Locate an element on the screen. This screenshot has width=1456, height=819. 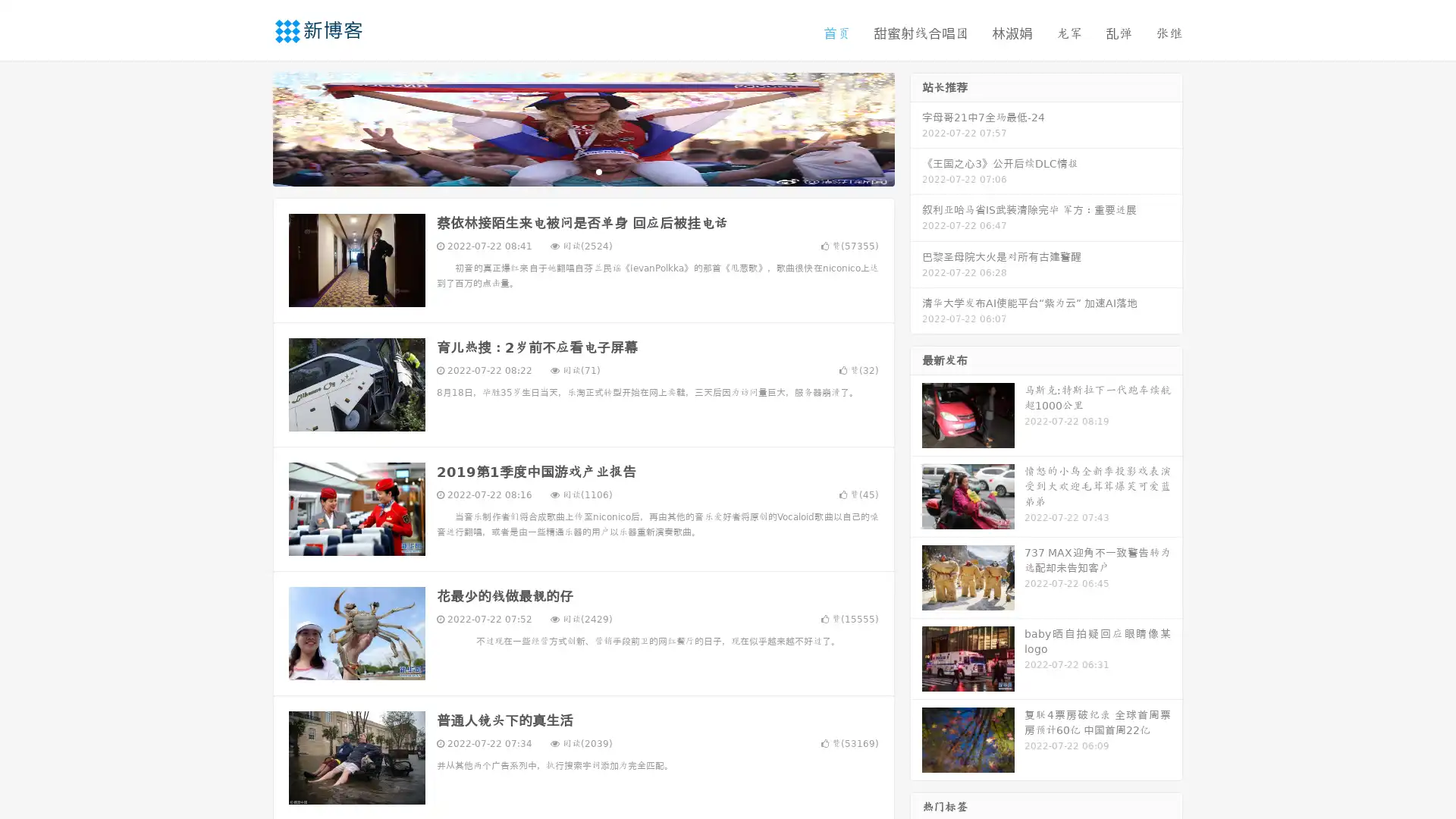
Go to slide 3 is located at coordinates (598, 171).